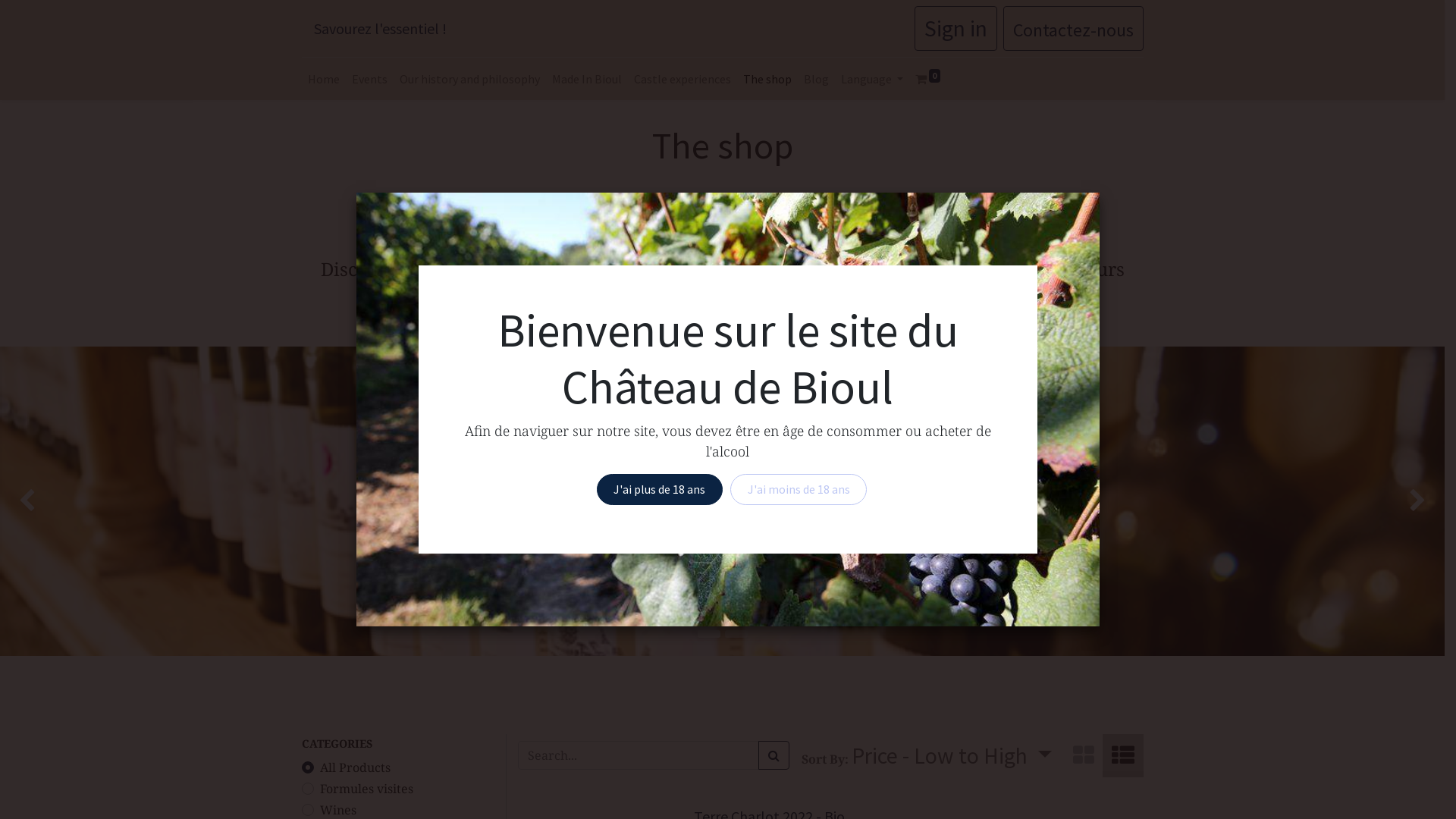 The image size is (1456, 819). Describe the element at coordinates (323, 79) in the screenshot. I see `'Home'` at that location.